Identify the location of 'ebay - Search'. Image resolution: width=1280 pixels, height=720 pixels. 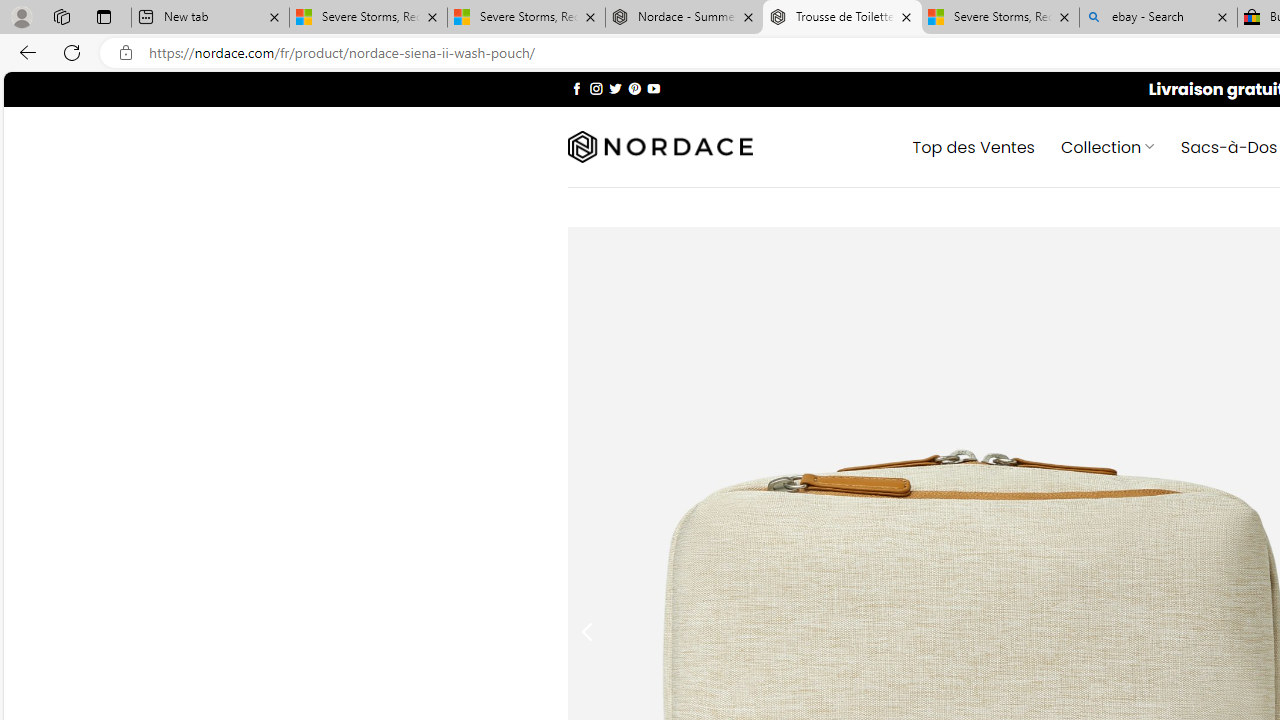
(1158, 17).